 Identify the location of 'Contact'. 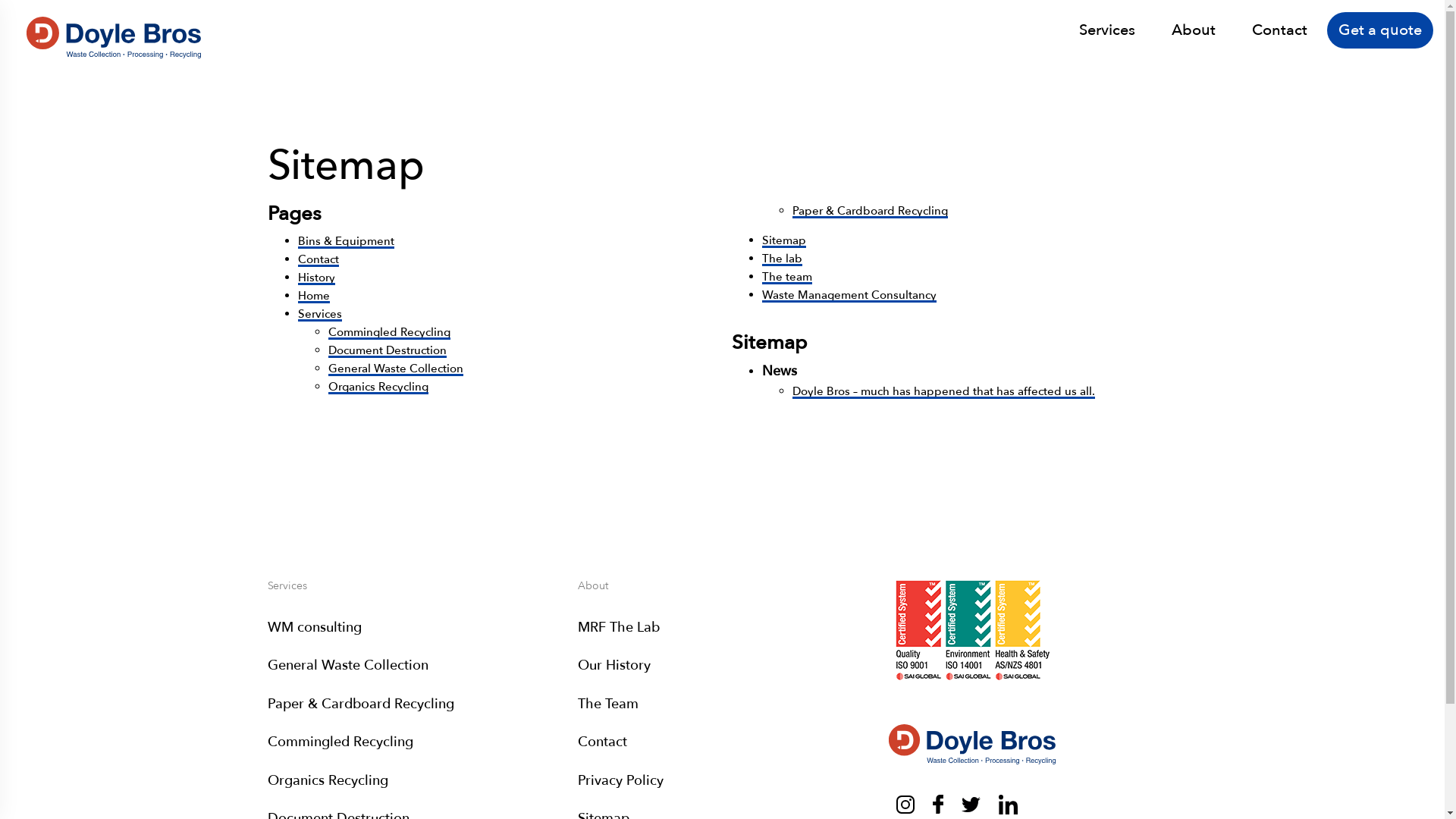
(1279, 30).